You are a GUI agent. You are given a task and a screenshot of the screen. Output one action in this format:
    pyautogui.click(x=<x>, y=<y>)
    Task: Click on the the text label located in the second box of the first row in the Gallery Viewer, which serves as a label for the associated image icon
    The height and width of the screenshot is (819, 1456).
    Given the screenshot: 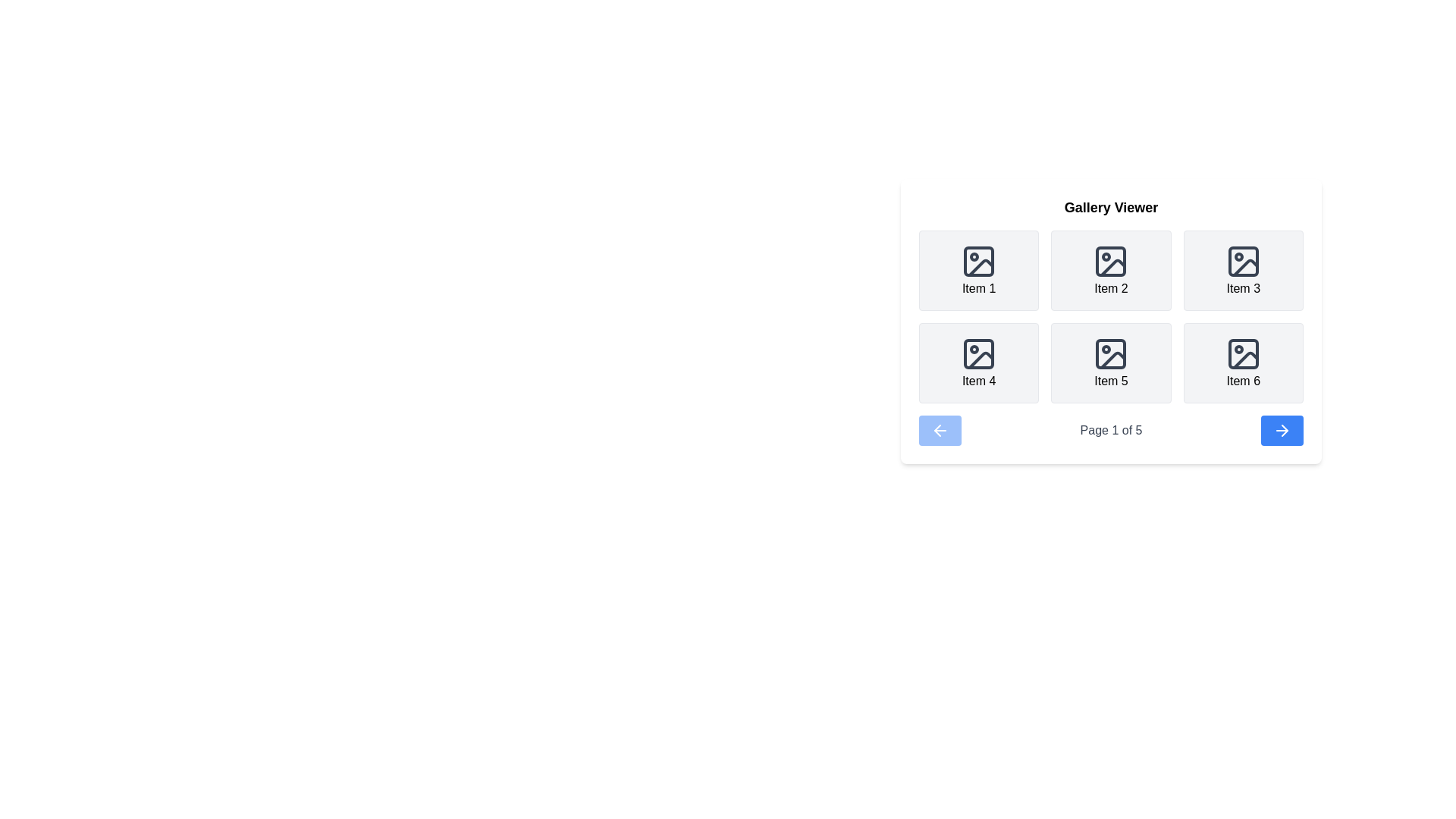 What is the action you would take?
    pyautogui.click(x=1111, y=289)
    